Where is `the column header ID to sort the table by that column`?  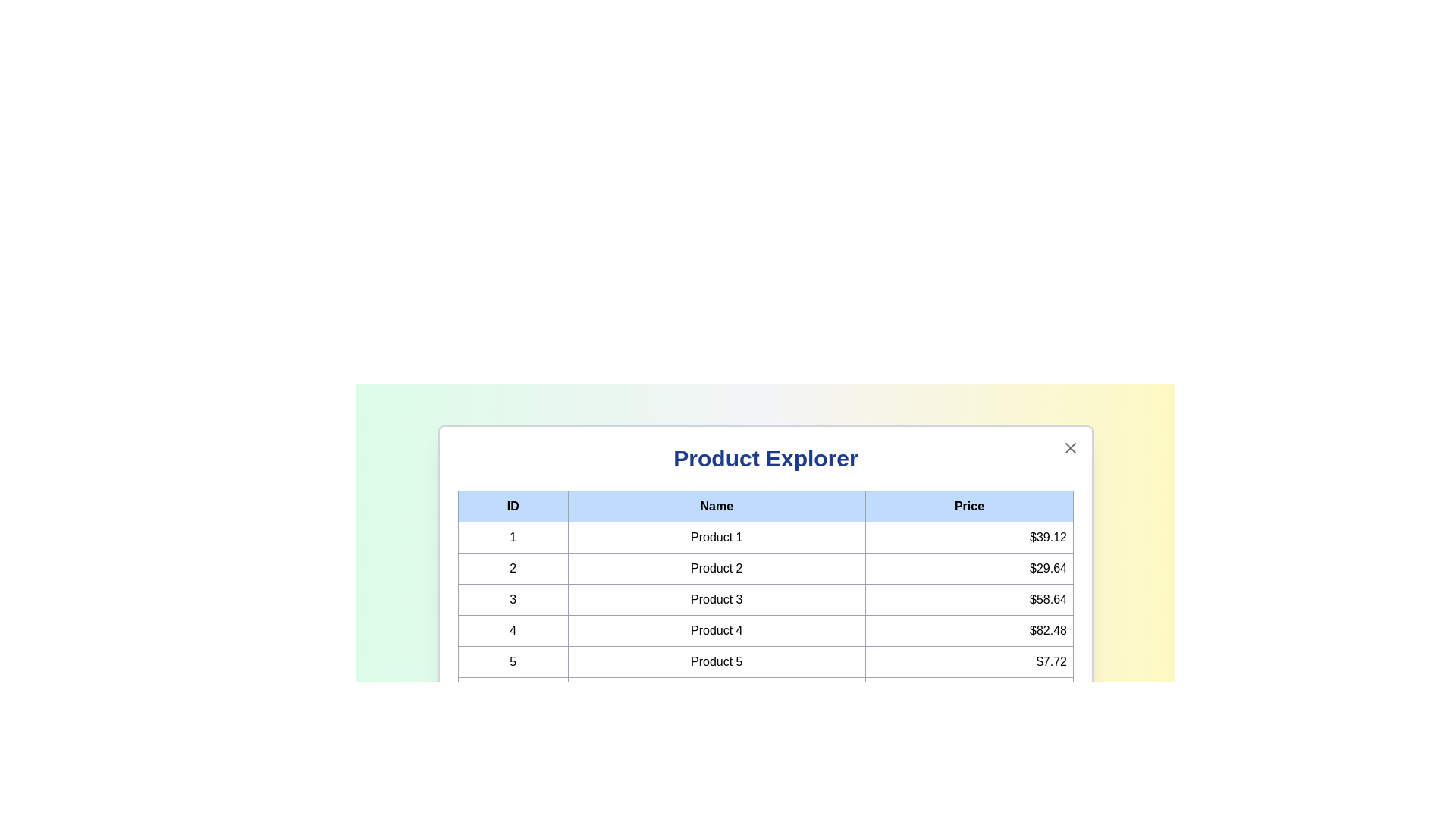
the column header ID to sort the table by that column is located at coordinates (513, 506).